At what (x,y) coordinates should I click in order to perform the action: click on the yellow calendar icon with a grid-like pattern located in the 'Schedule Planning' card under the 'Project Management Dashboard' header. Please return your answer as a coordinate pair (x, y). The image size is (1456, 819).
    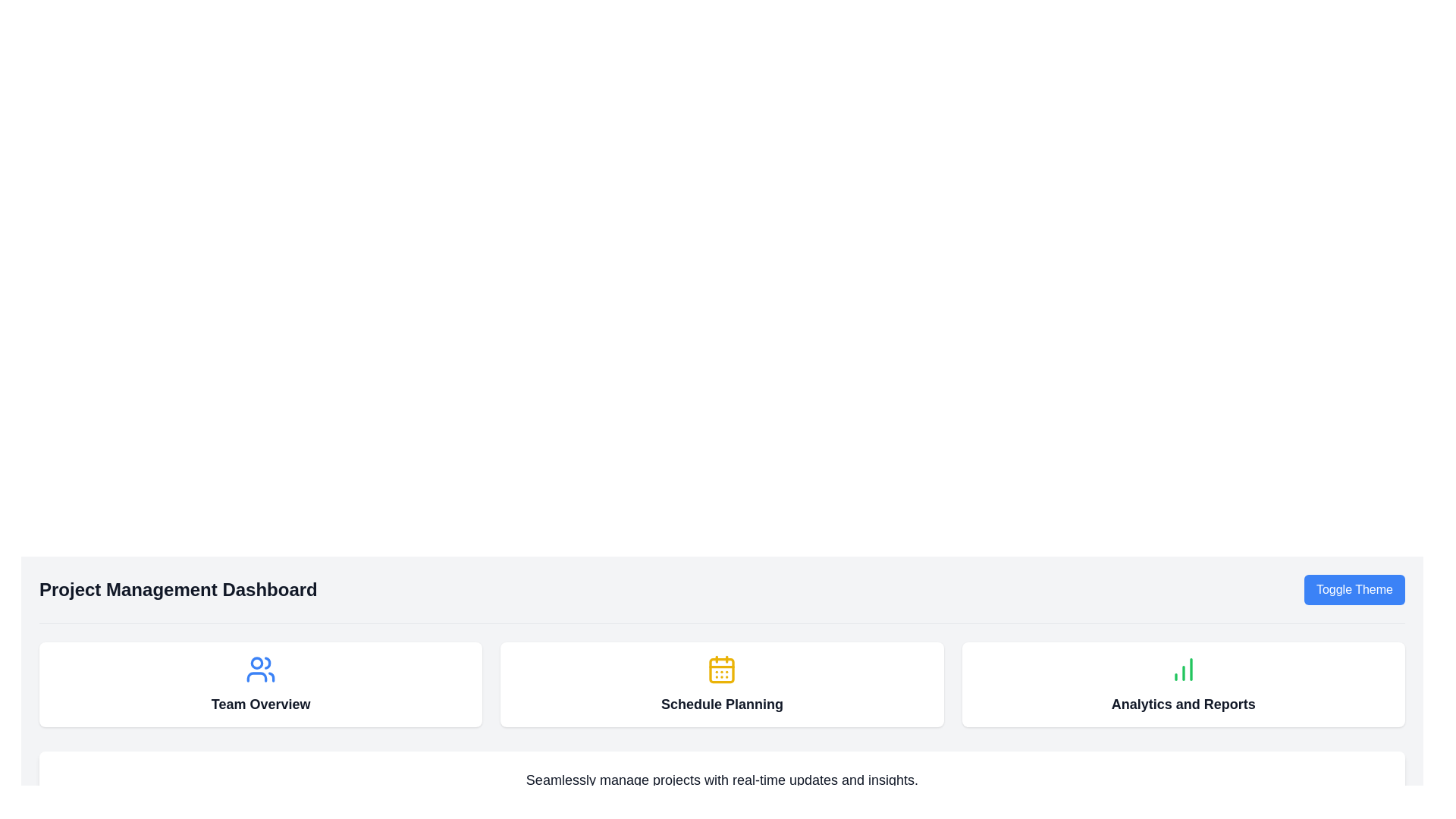
    Looking at the image, I should click on (721, 669).